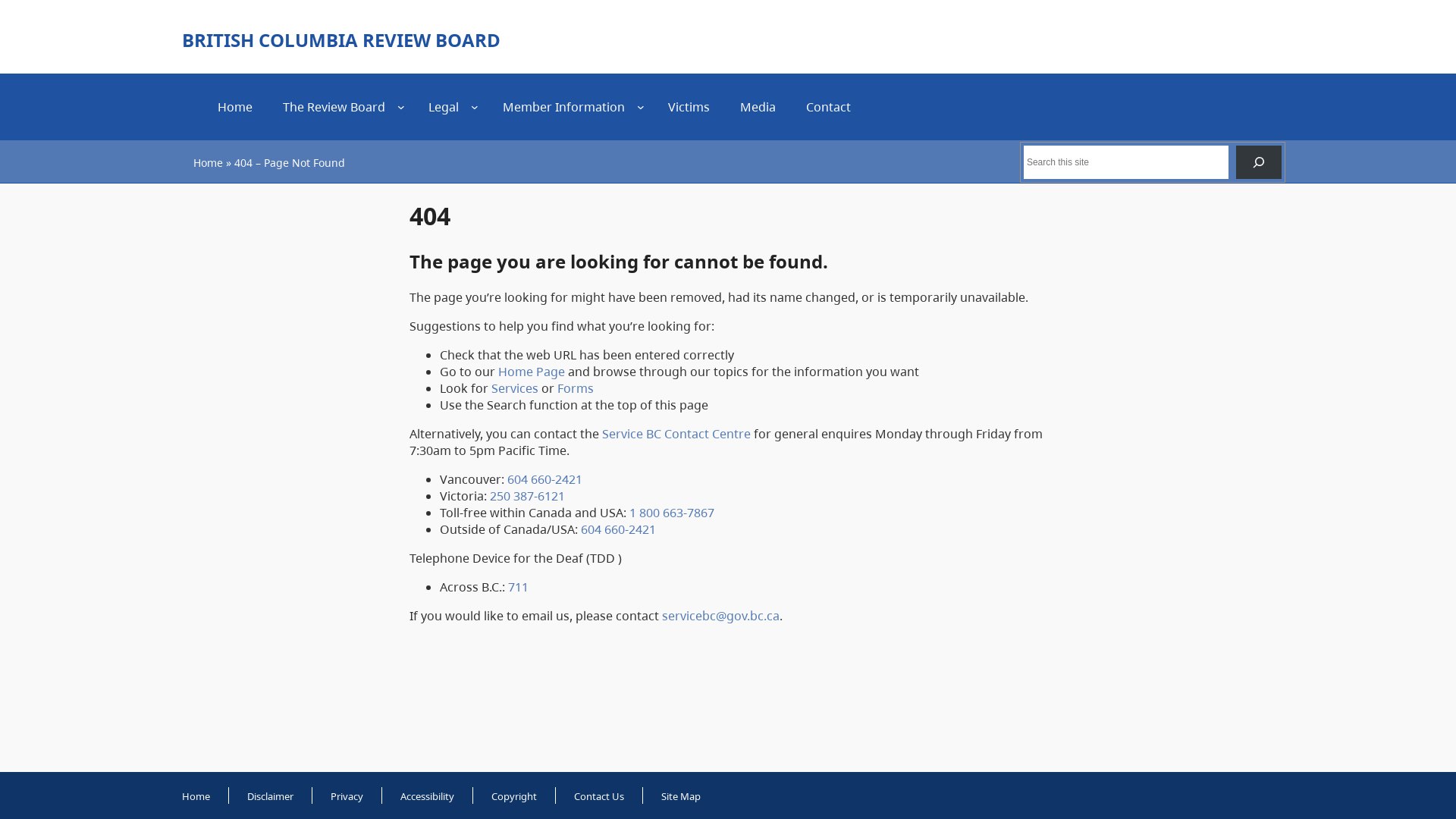 The width and height of the screenshot is (1456, 819). I want to click on 'Member Information', so click(563, 106).